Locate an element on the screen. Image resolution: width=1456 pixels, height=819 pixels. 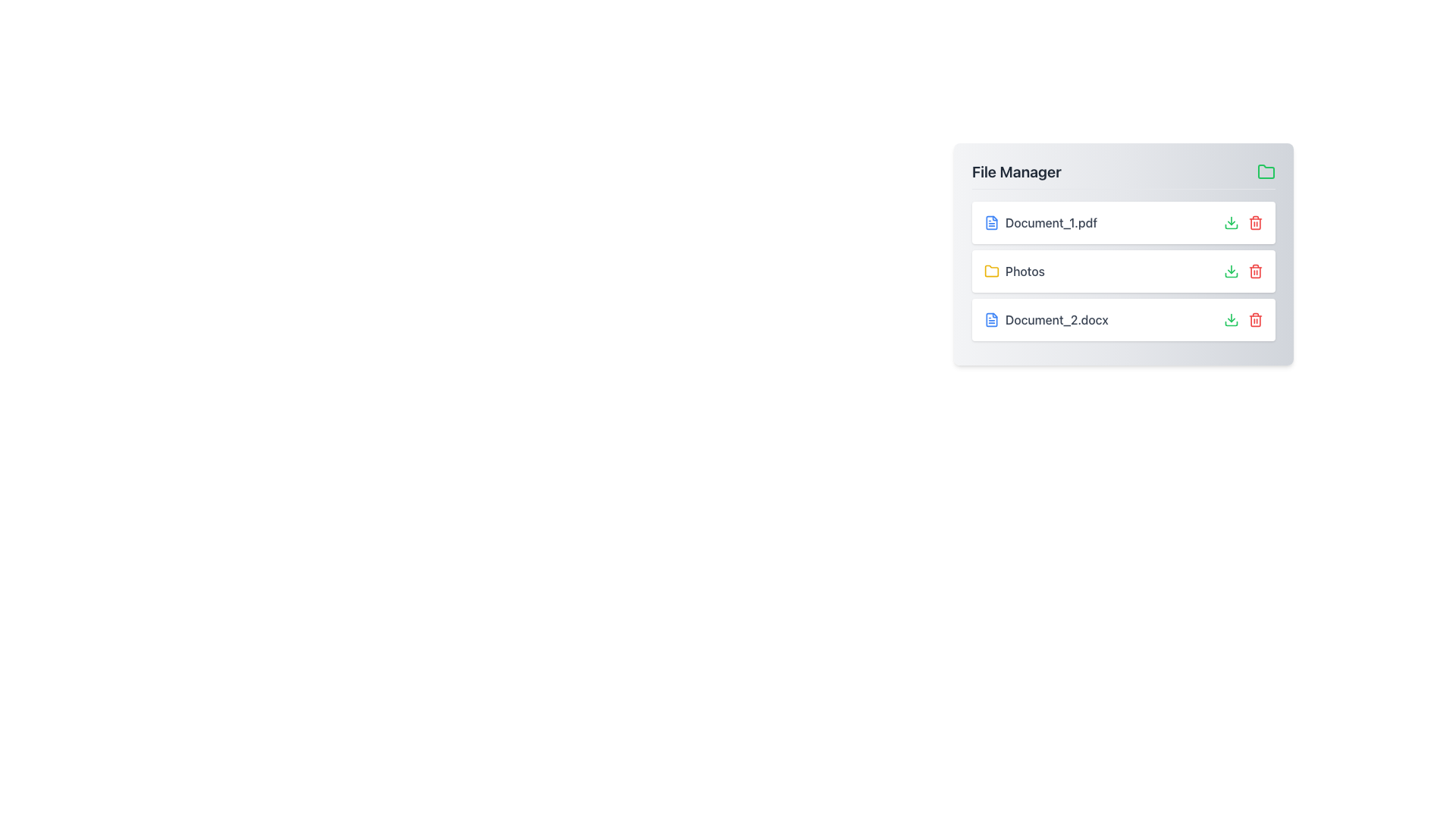
the download button icon located in the 'File Manager' section next to 'Document_1.pdf' is located at coordinates (1231, 222).